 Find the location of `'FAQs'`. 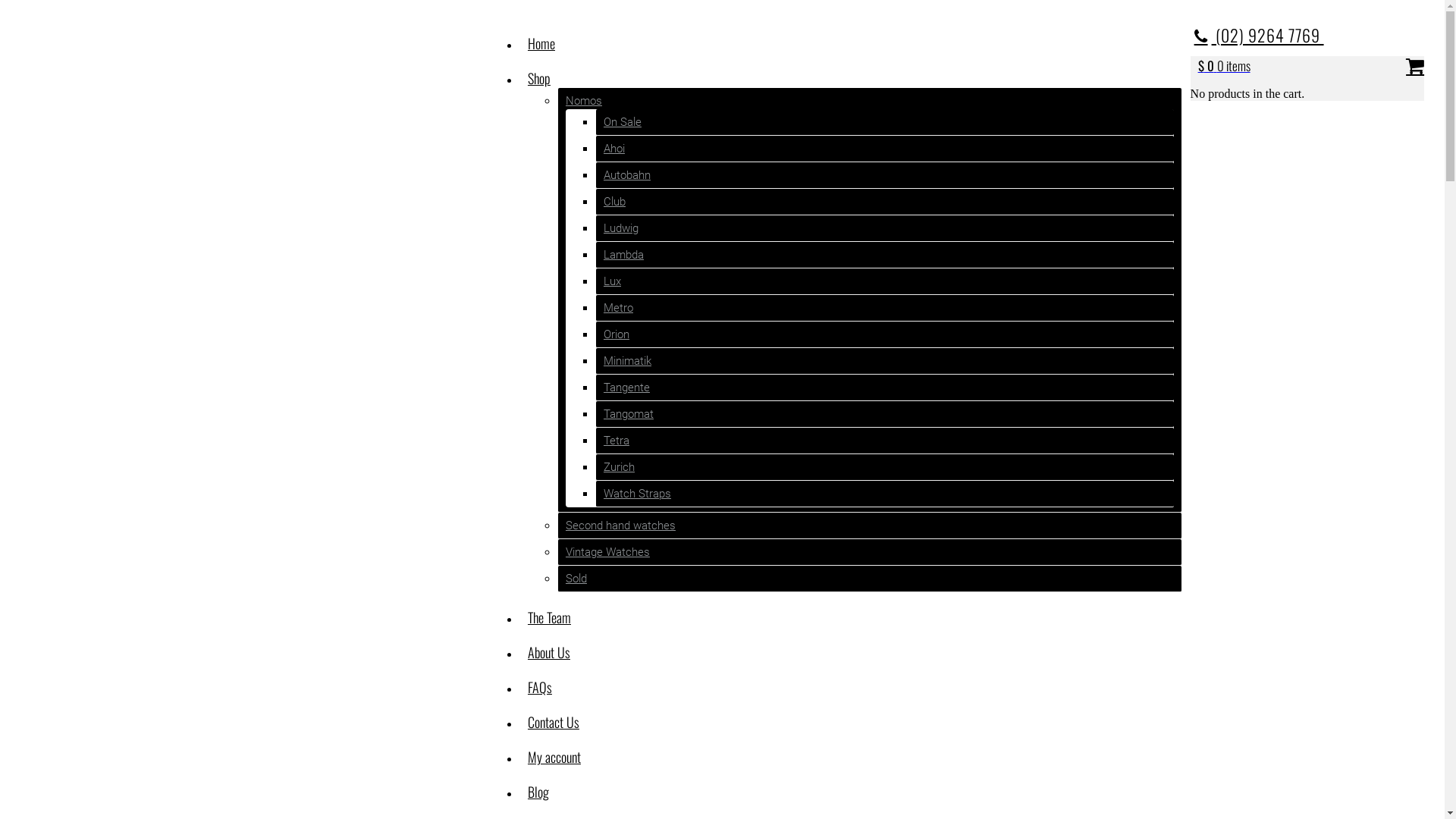

'FAQs' is located at coordinates (539, 687).